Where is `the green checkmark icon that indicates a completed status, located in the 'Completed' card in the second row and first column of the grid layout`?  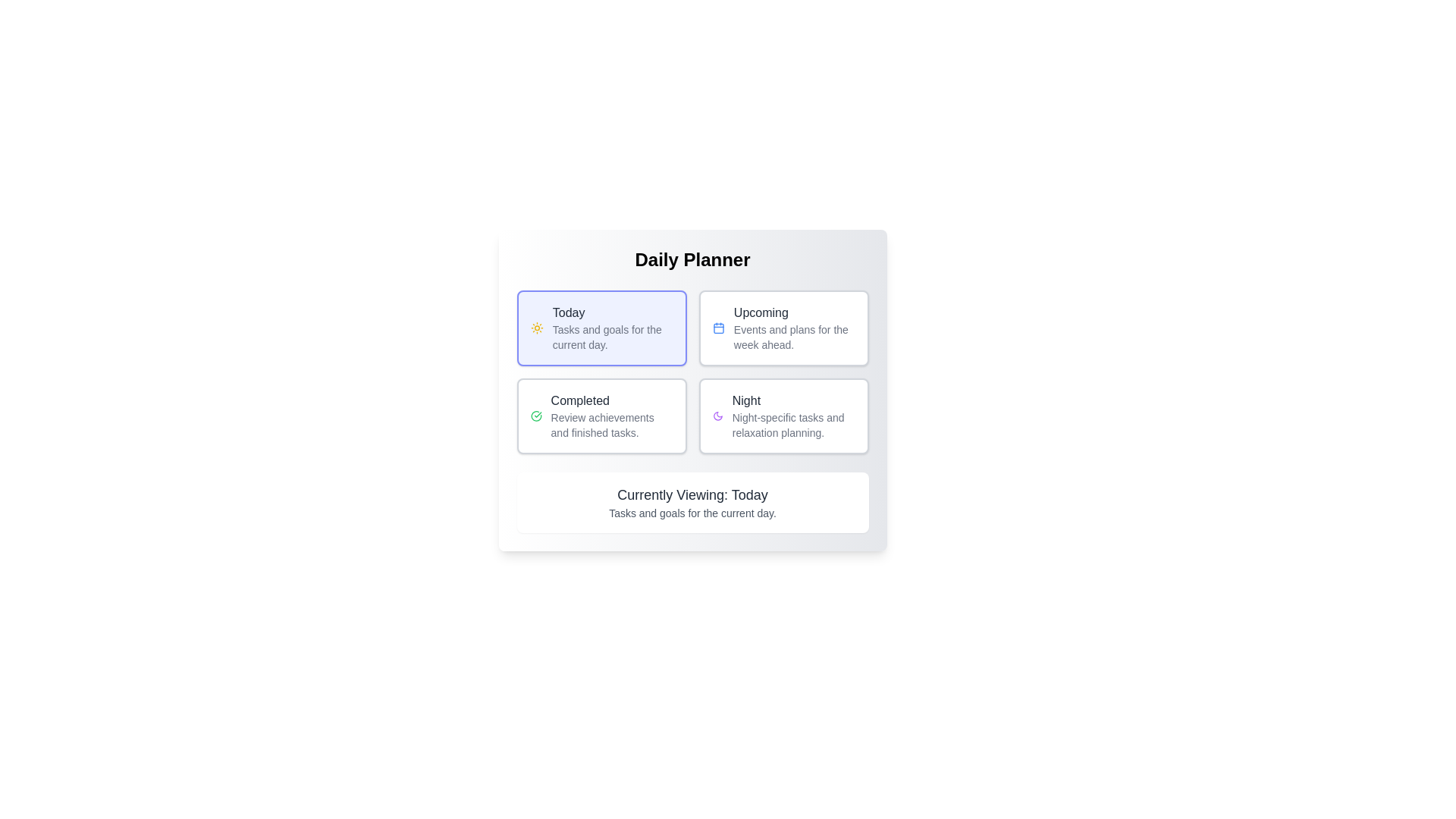
the green checkmark icon that indicates a completed status, located in the 'Completed' card in the second row and first column of the grid layout is located at coordinates (535, 416).